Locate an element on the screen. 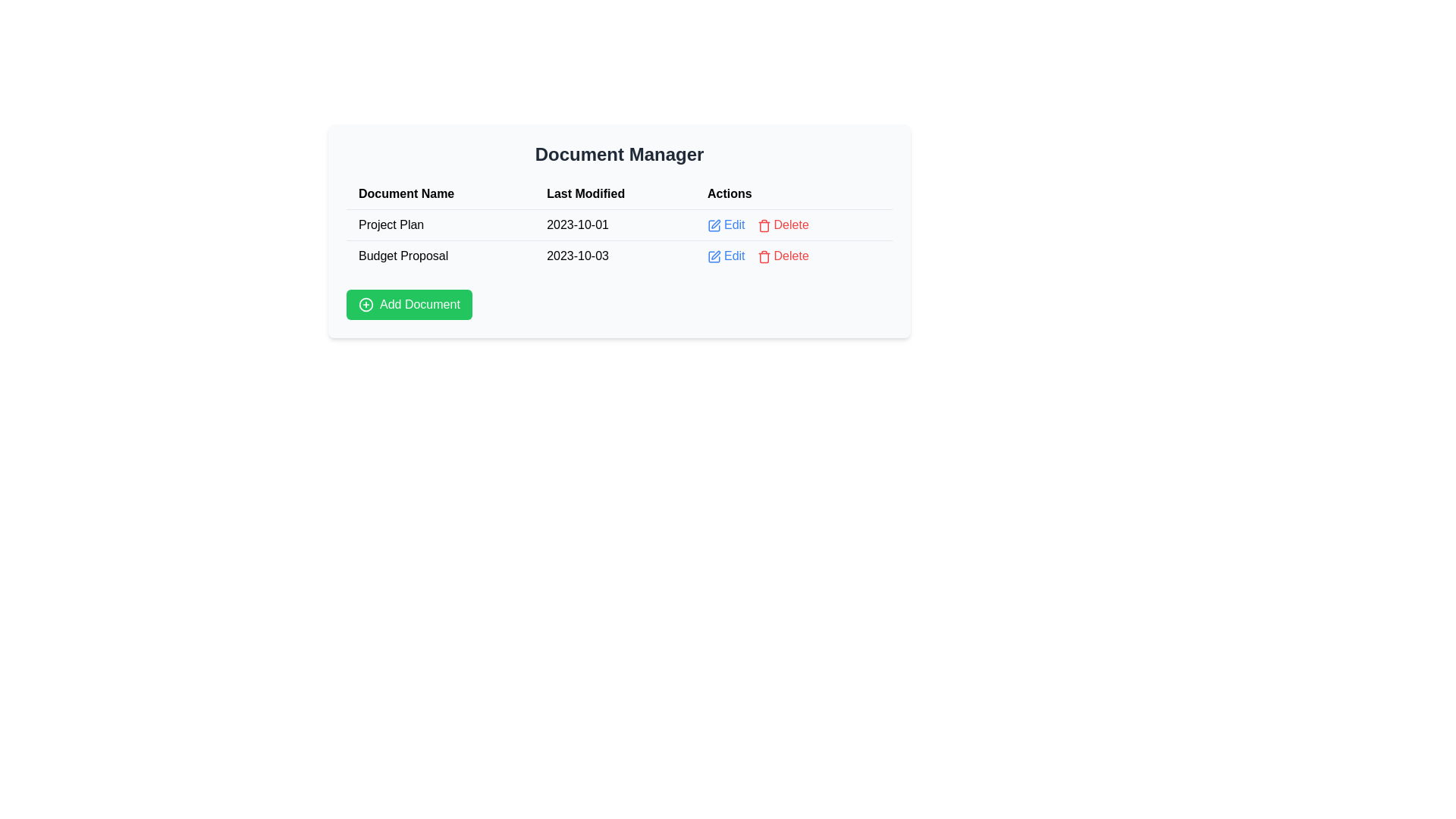  the first 'Edit' button in the 'Actions' column of the 'Document Manager' table is located at coordinates (725, 225).